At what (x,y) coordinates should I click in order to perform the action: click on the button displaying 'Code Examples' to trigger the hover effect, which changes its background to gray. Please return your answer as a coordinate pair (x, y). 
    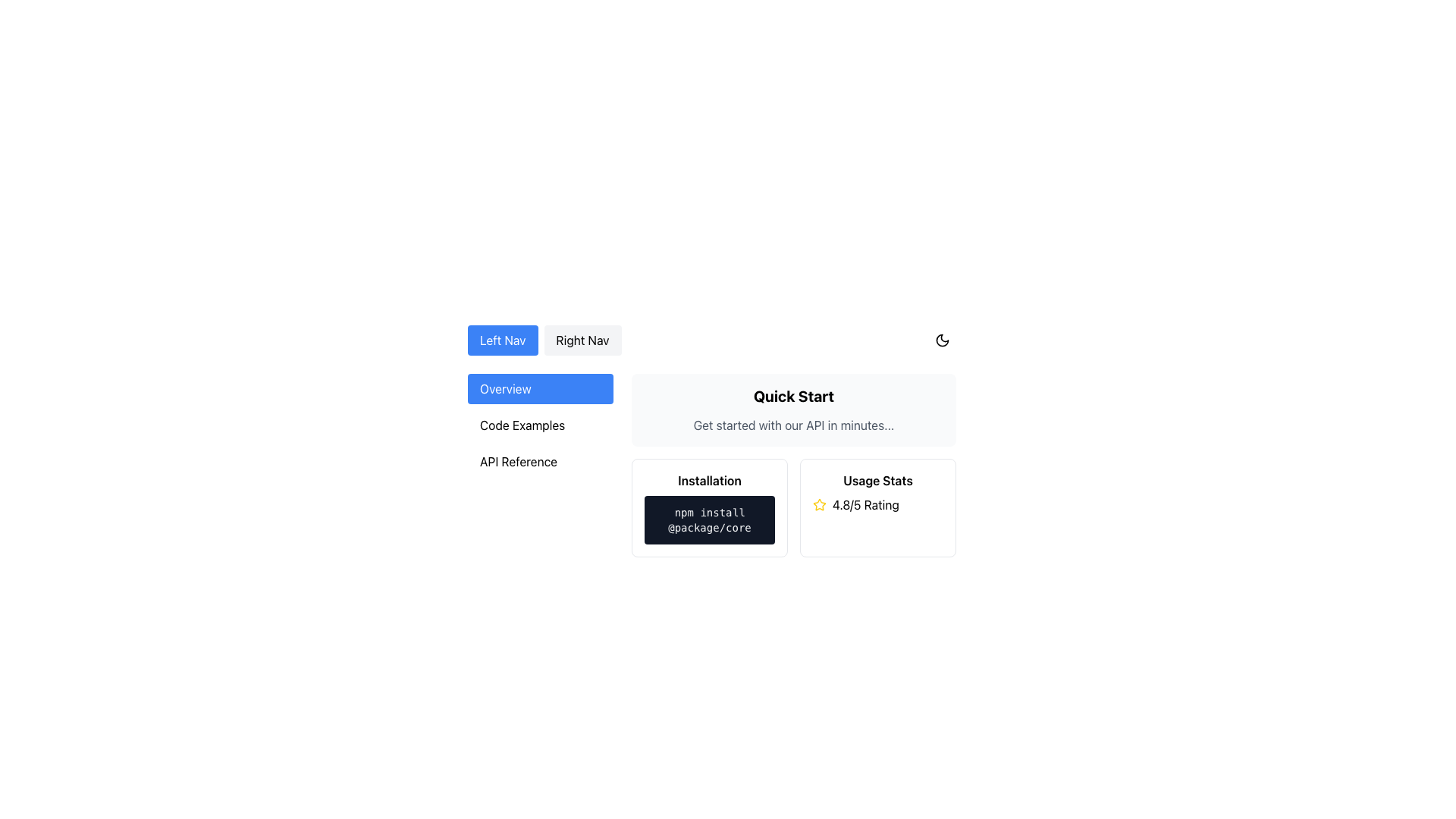
    Looking at the image, I should click on (541, 425).